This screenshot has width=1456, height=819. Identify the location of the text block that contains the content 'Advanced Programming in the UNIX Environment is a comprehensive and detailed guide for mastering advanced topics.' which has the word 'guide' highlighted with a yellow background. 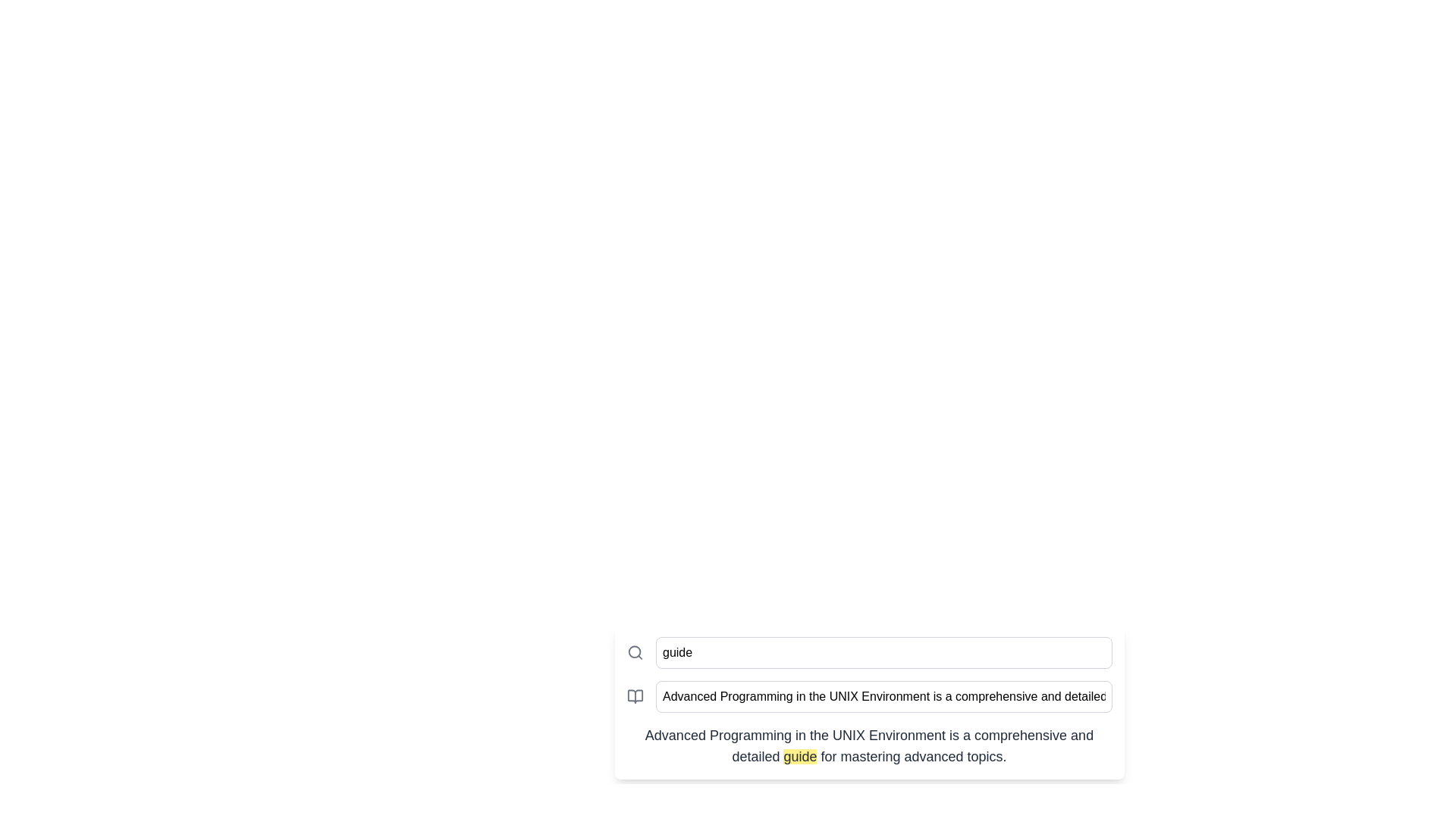
(869, 745).